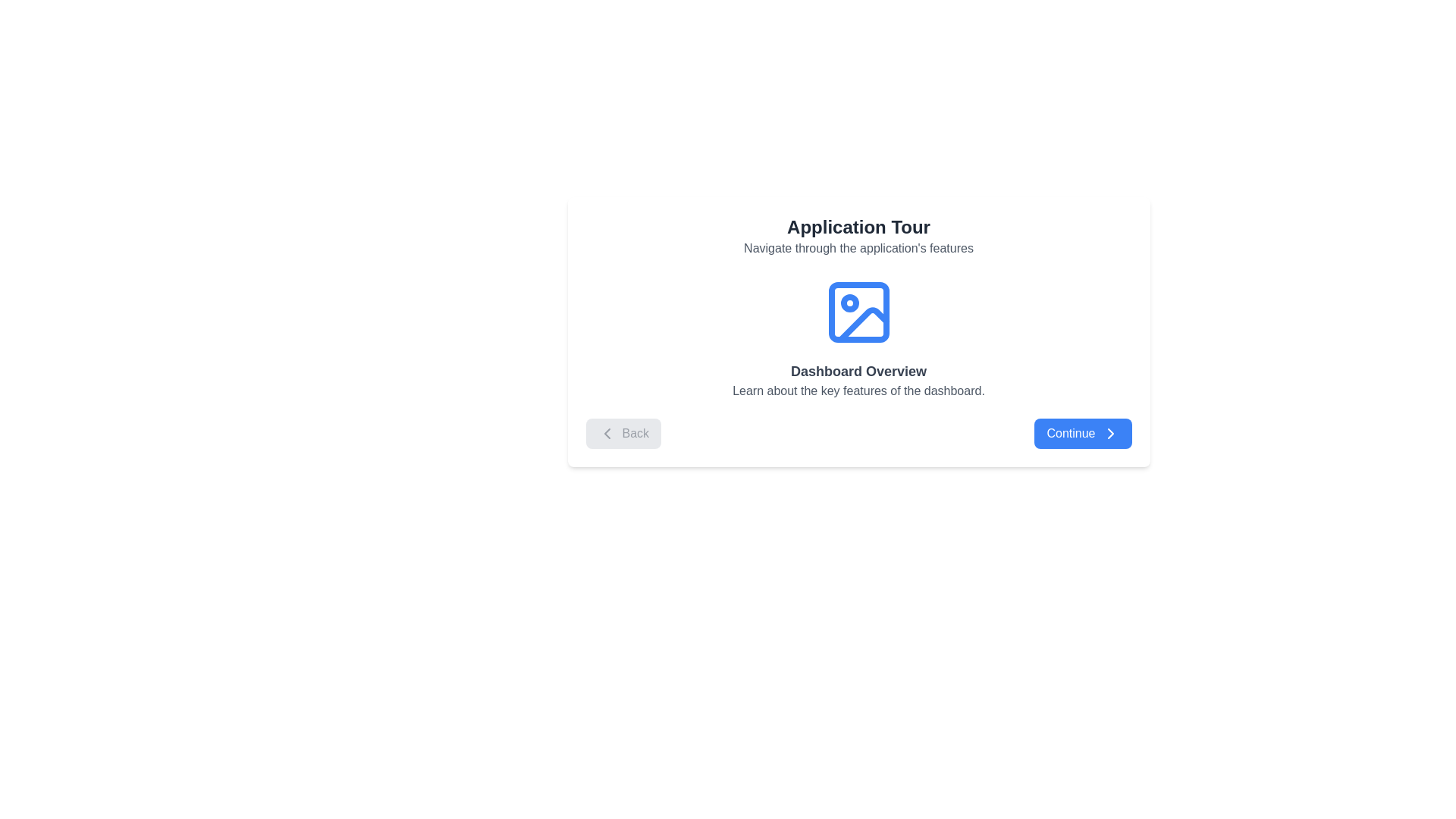  What do you see at coordinates (607, 433) in the screenshot?
I see `the left-pointing chevron arrow icon that is part of the 'Back' button for accessibility purposes` at bounding box center [607, 433].